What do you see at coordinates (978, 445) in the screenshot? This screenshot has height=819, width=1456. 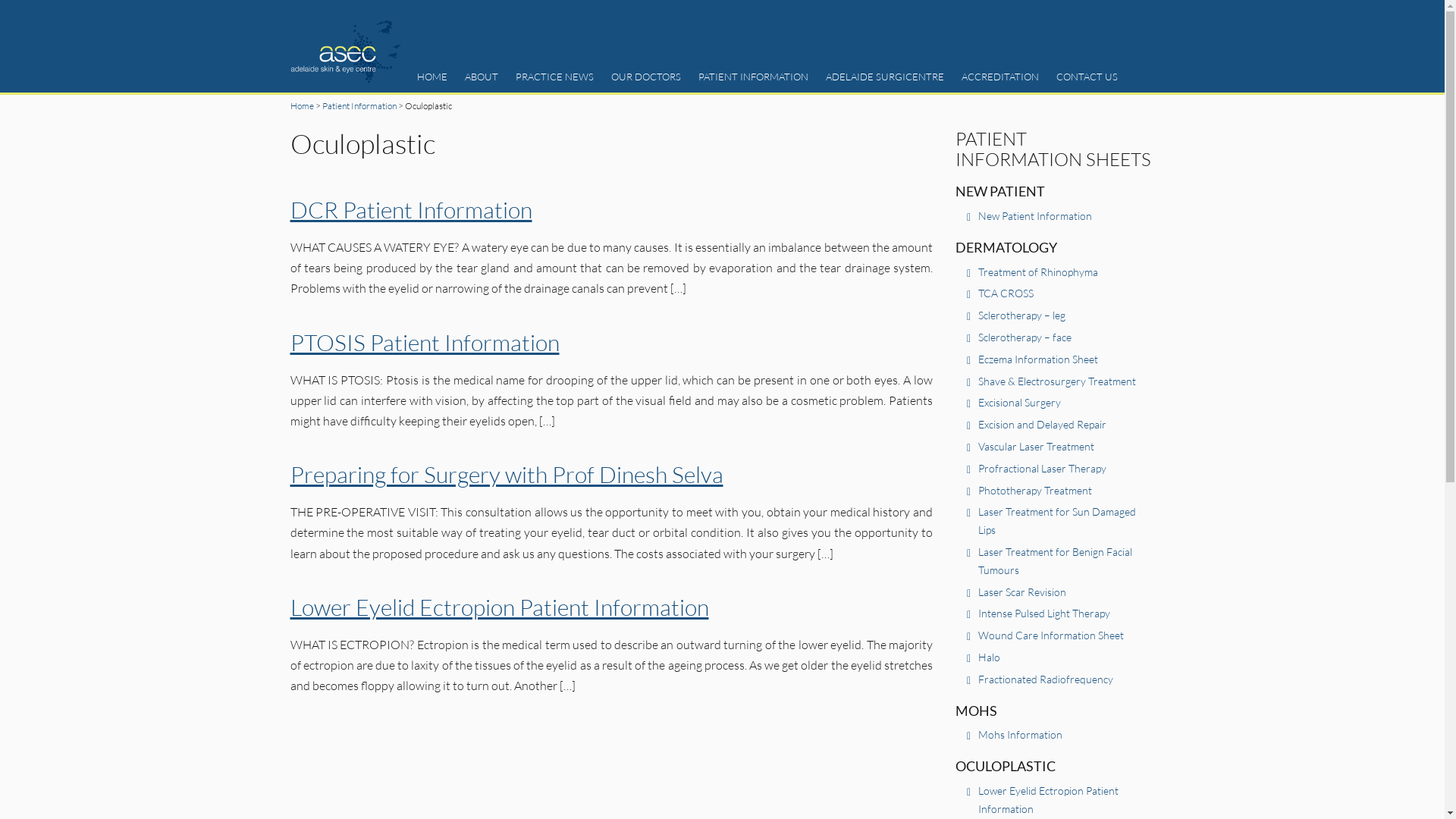 I see `'Vascular Laser Treatment'` at bounding box center [978, 445].